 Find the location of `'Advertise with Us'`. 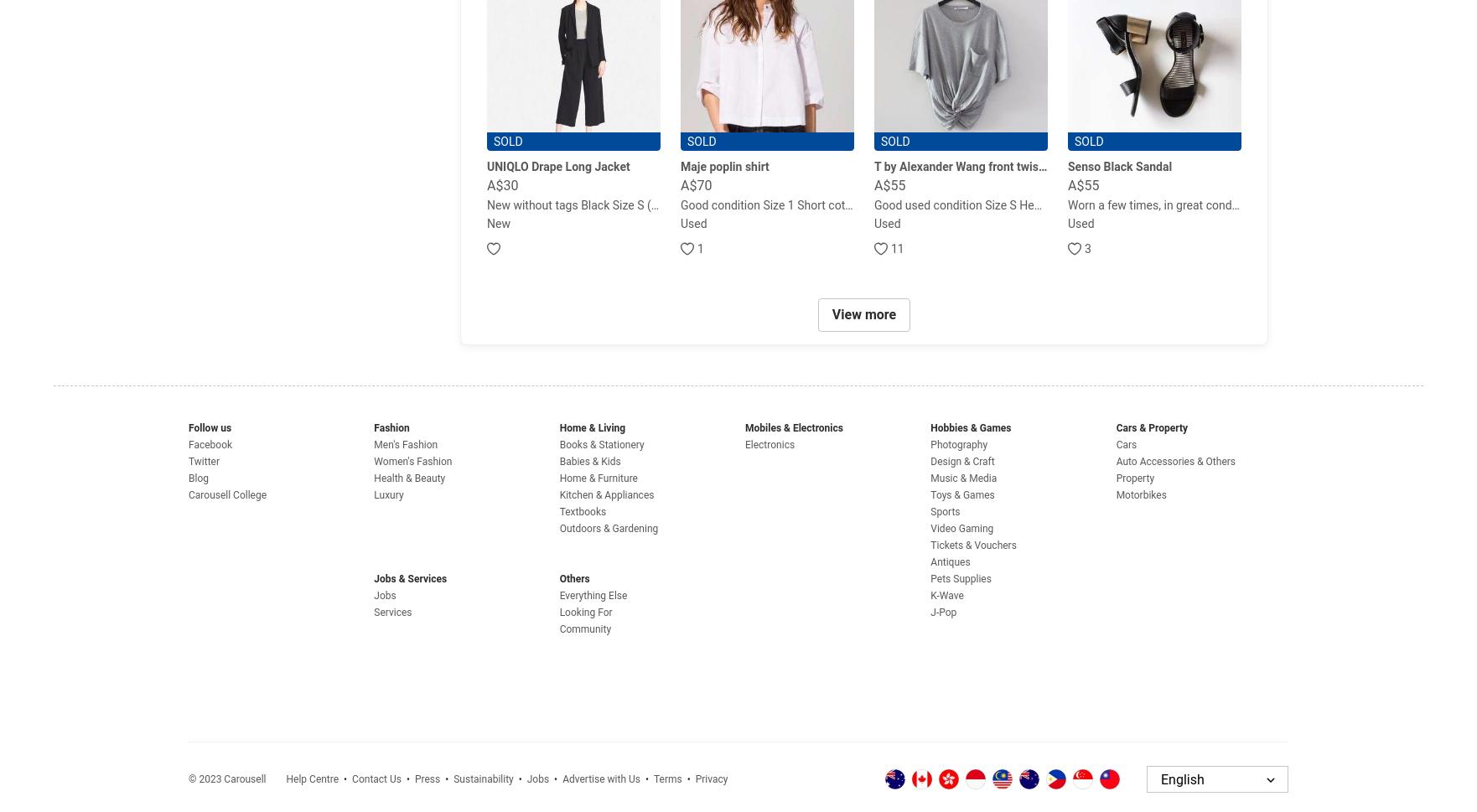

'Advertise with Us' is located at coordinates (599, 778).